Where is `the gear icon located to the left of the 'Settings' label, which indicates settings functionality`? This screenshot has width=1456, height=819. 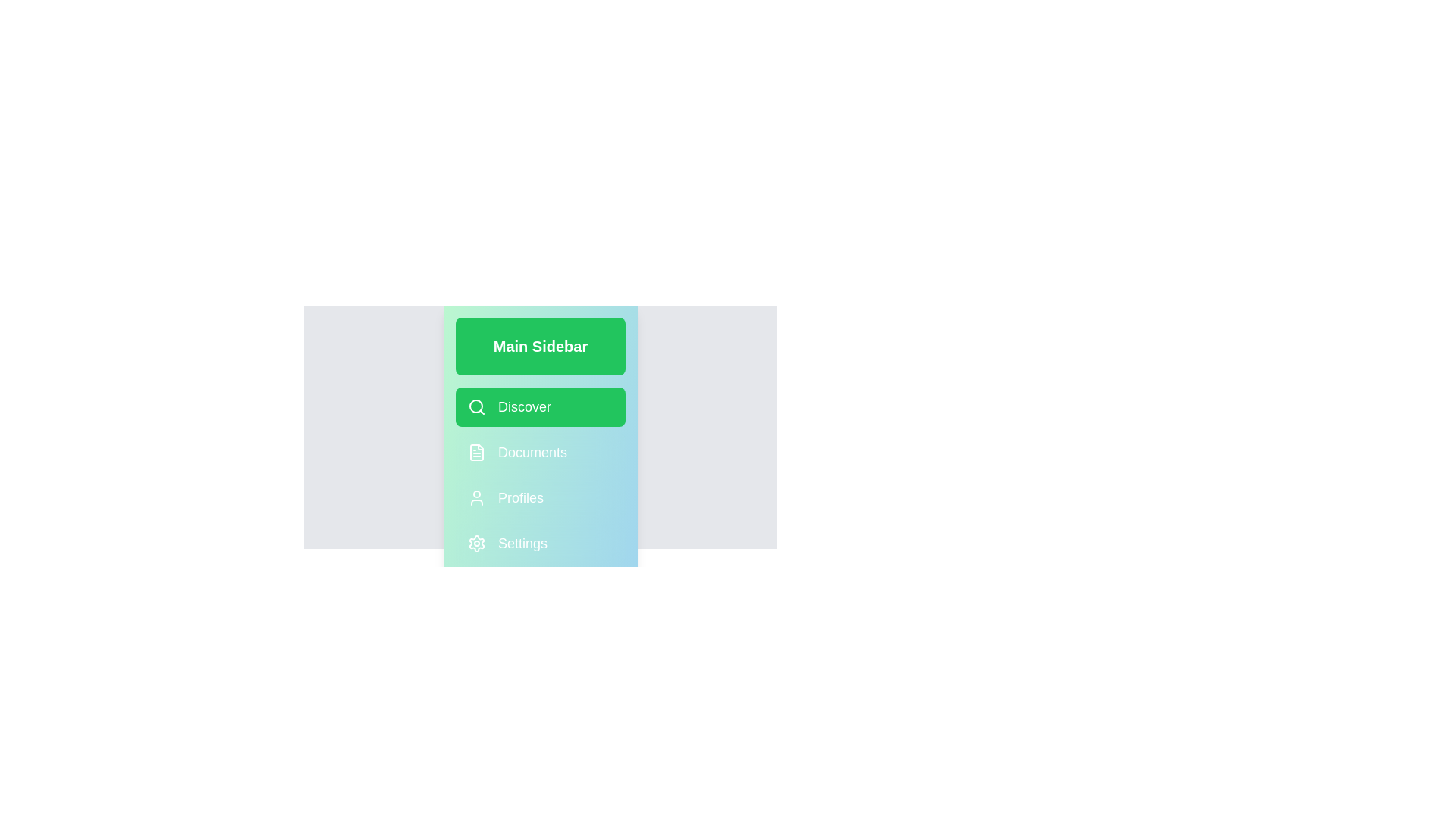 the gear icon located to the left of the 'Settings' label, which indicates settings functionality is located at coordinates (475, 543).